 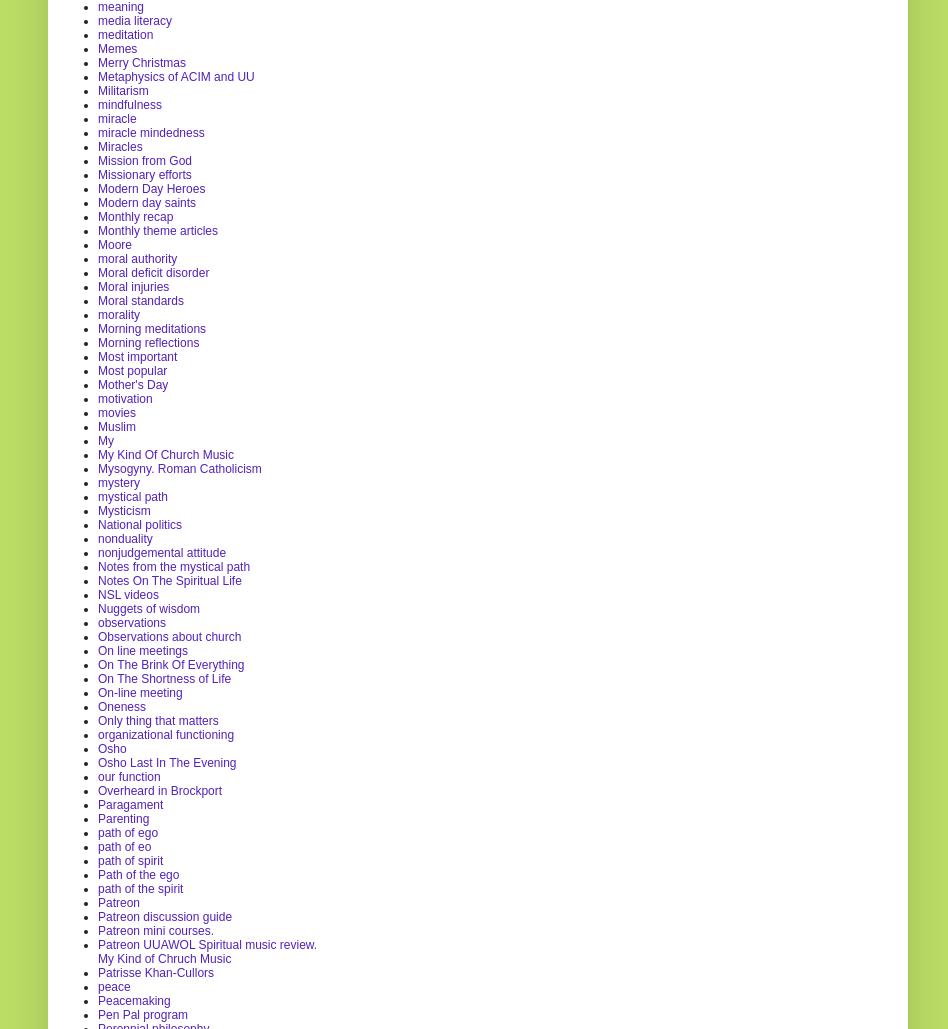 I want to click on 'Overheard in Brockport', so click(x=159, y=789).